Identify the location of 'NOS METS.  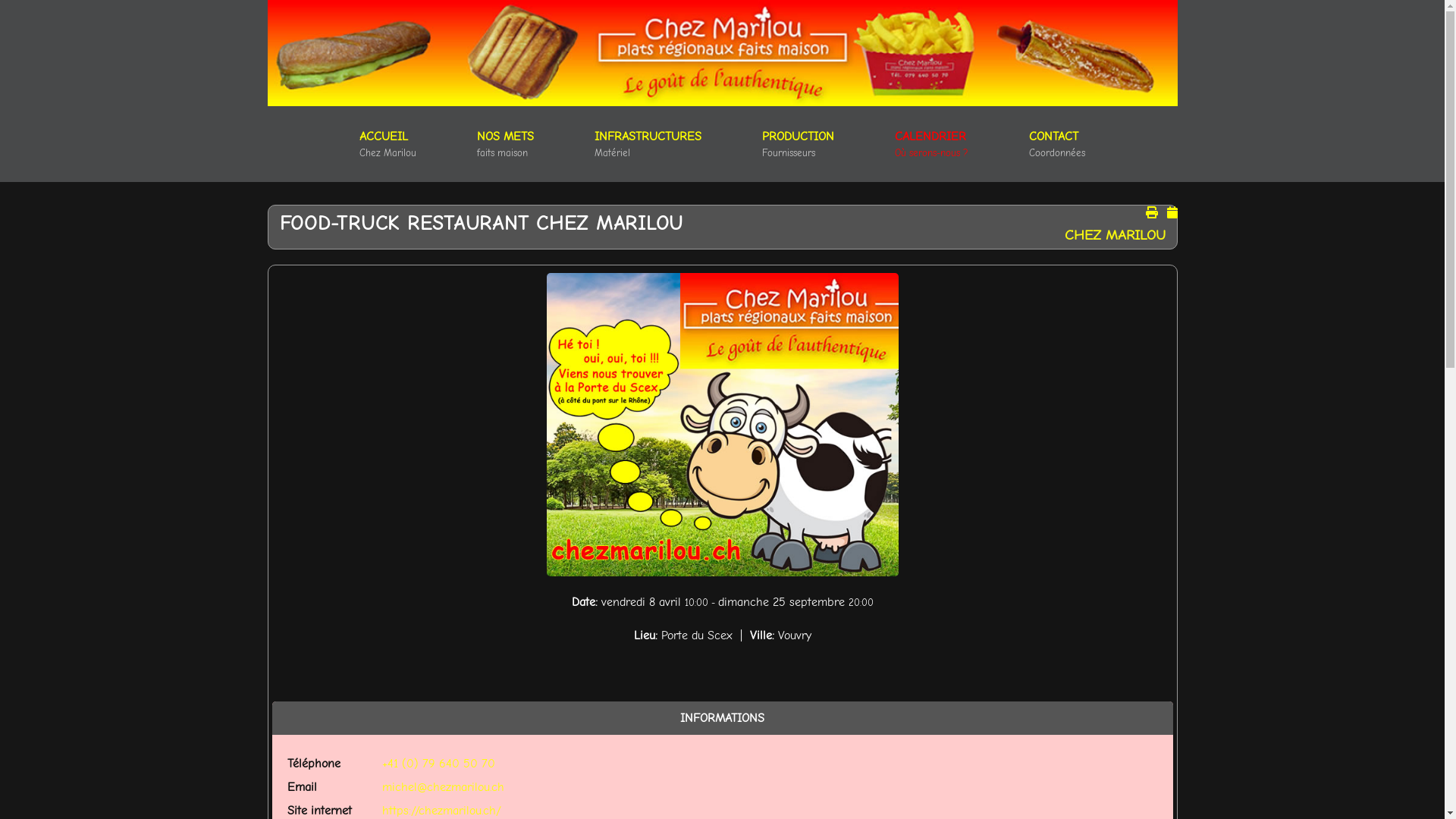
(505, 143).